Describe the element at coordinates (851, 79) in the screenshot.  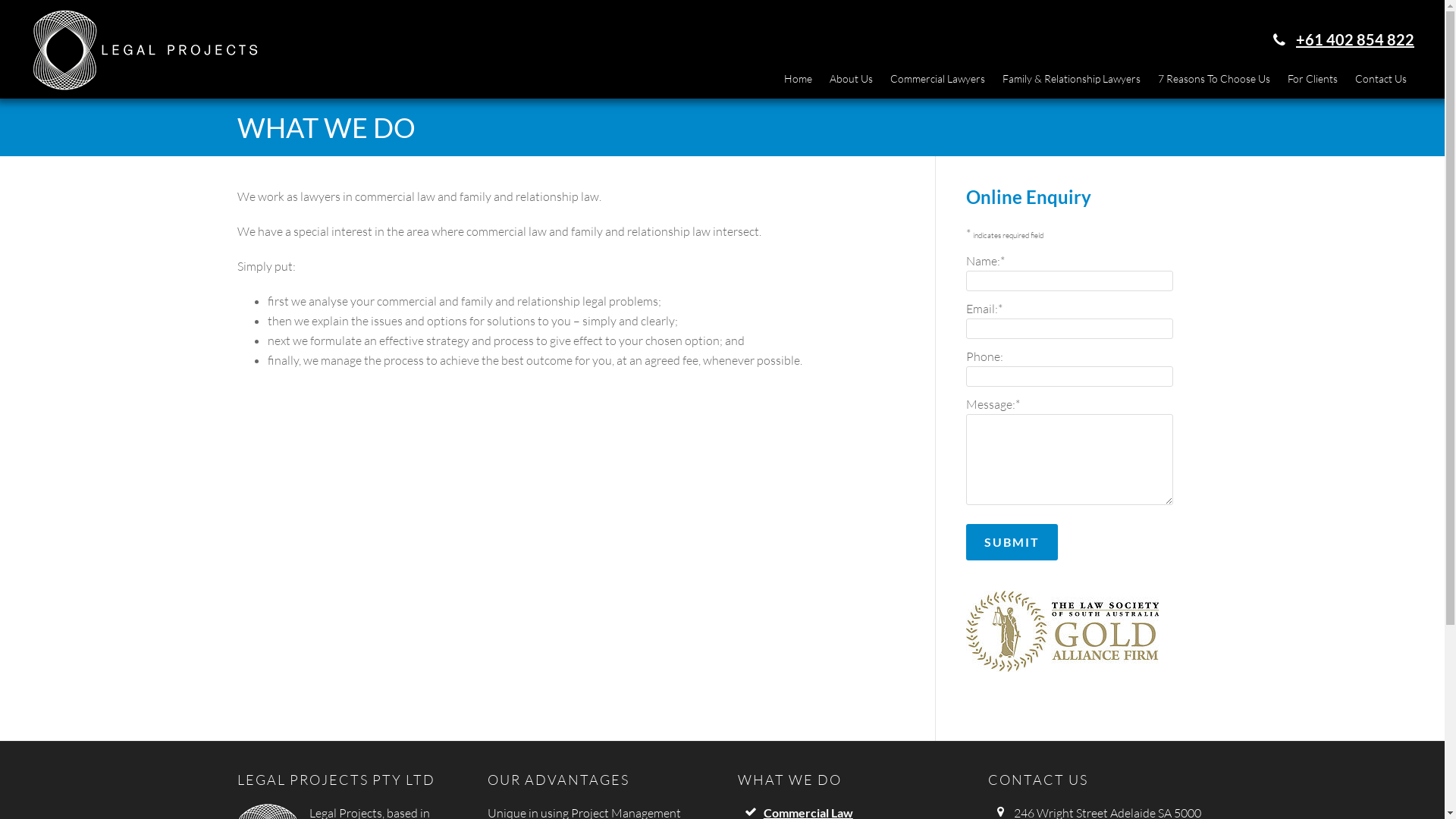
I see `'About Us'` at that location.